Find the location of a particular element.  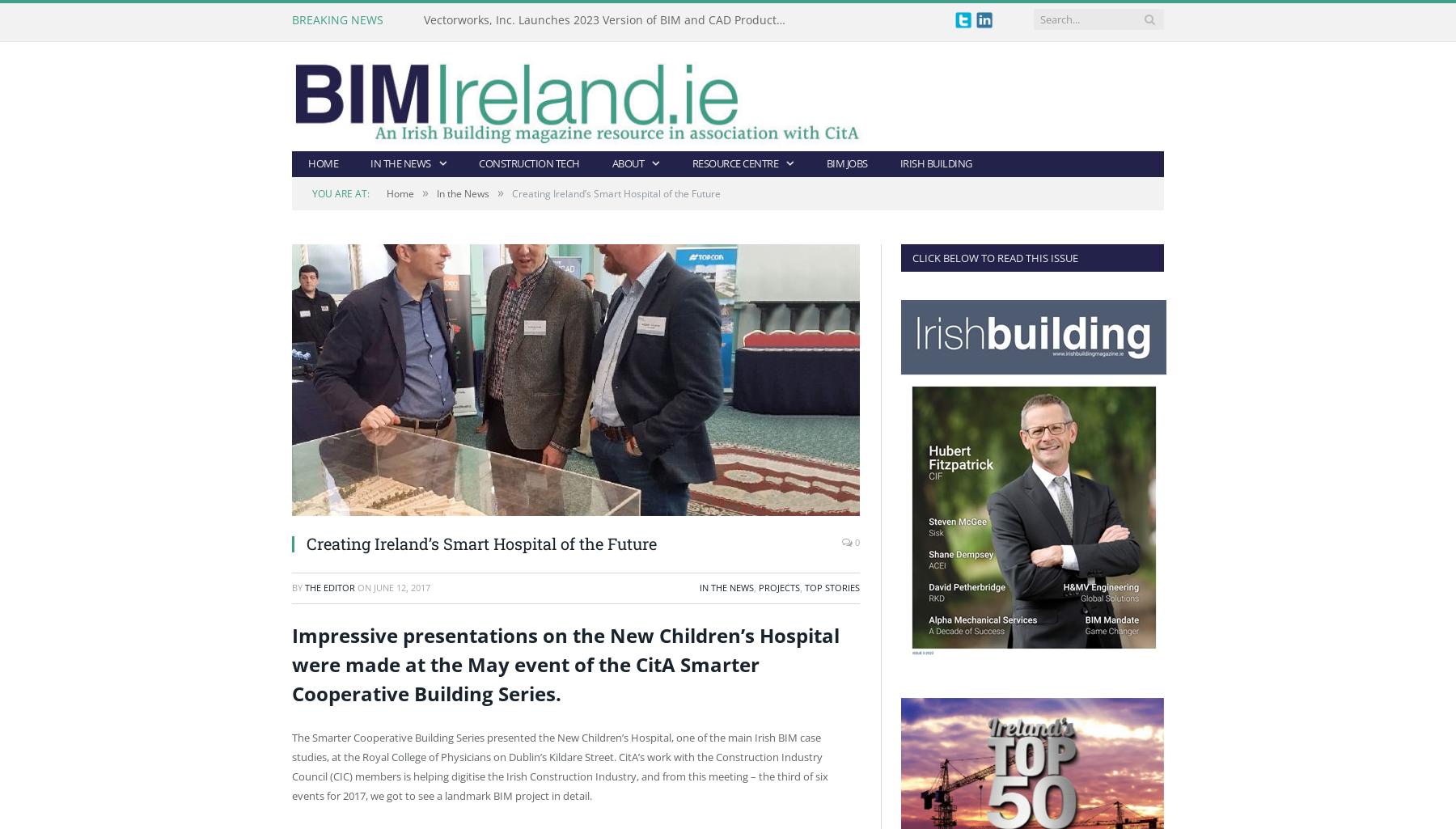

'June 12, 2017' is located at coordinates (400, 586).